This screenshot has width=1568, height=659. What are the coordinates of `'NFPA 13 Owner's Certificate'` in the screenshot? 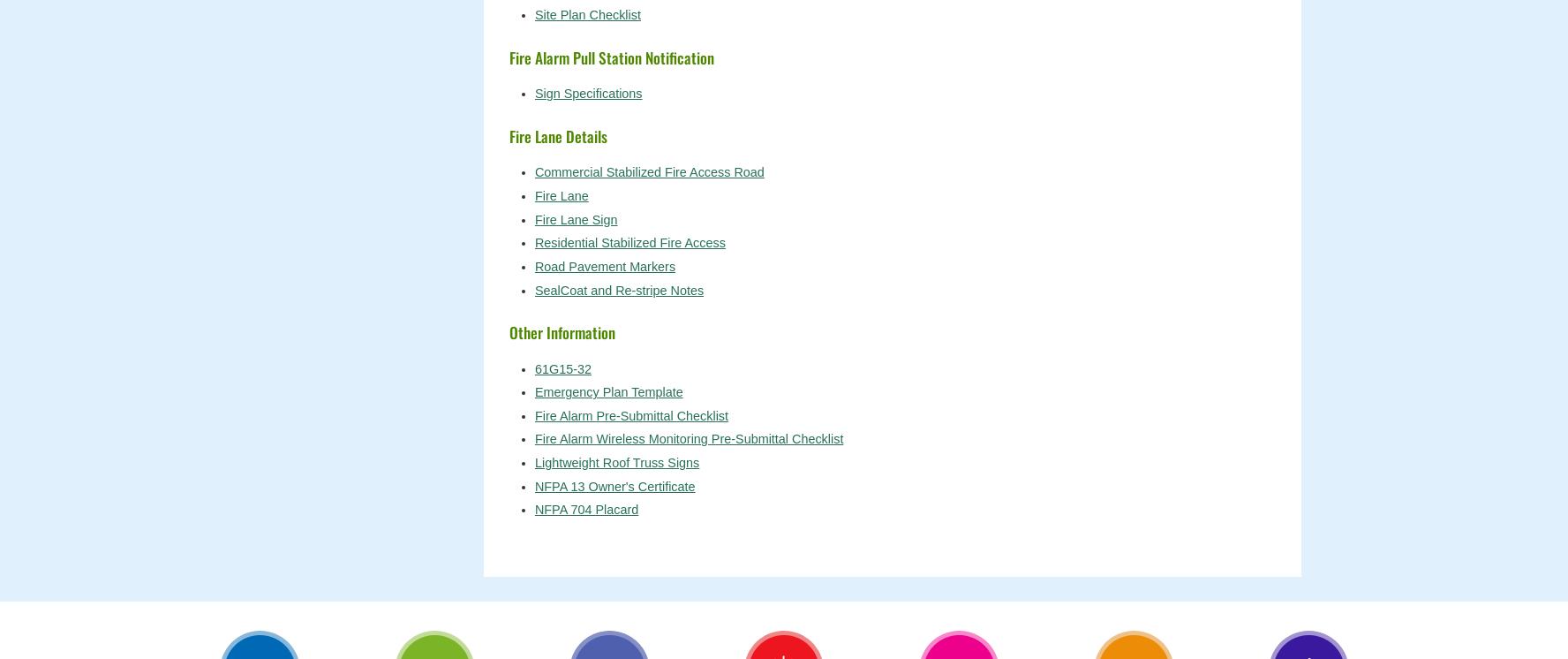 It's located at (614, 486).